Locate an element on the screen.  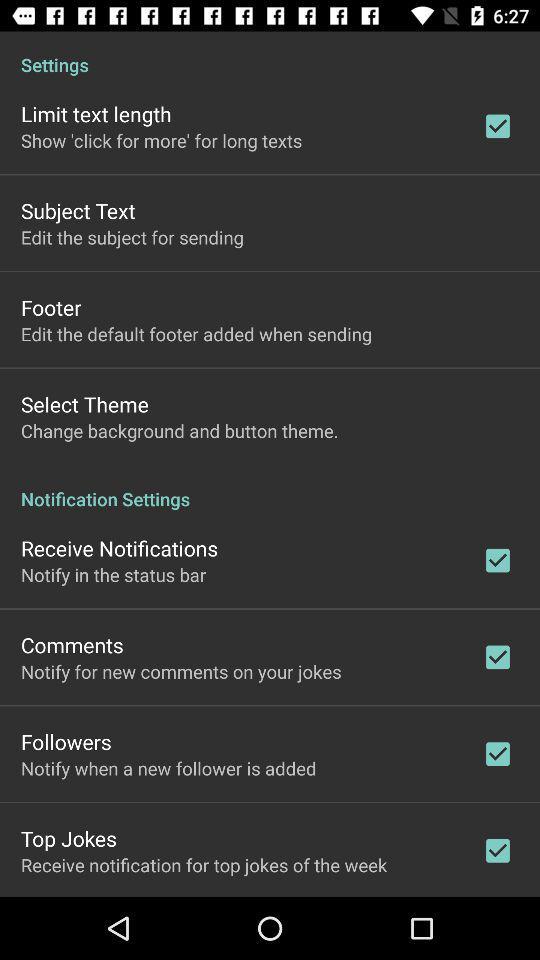
the notify in the icon is located at coordinates (113, 574).